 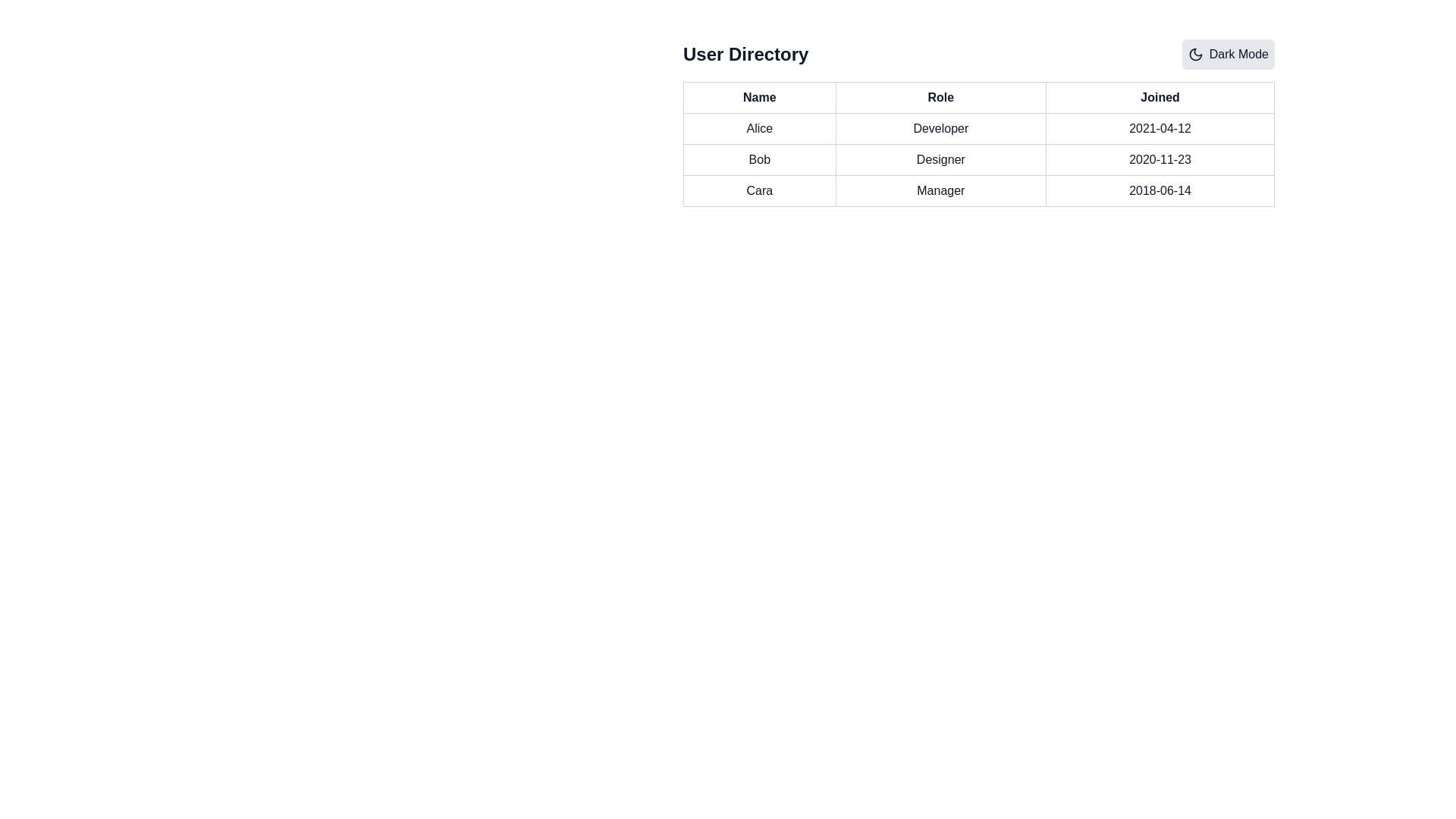 What do you see at coordinates (979, 160) in the screenshot?
I see `the table row displaying user details for 'Bob', which is the second row in the User Directory table` at bounding box center [979, 160].